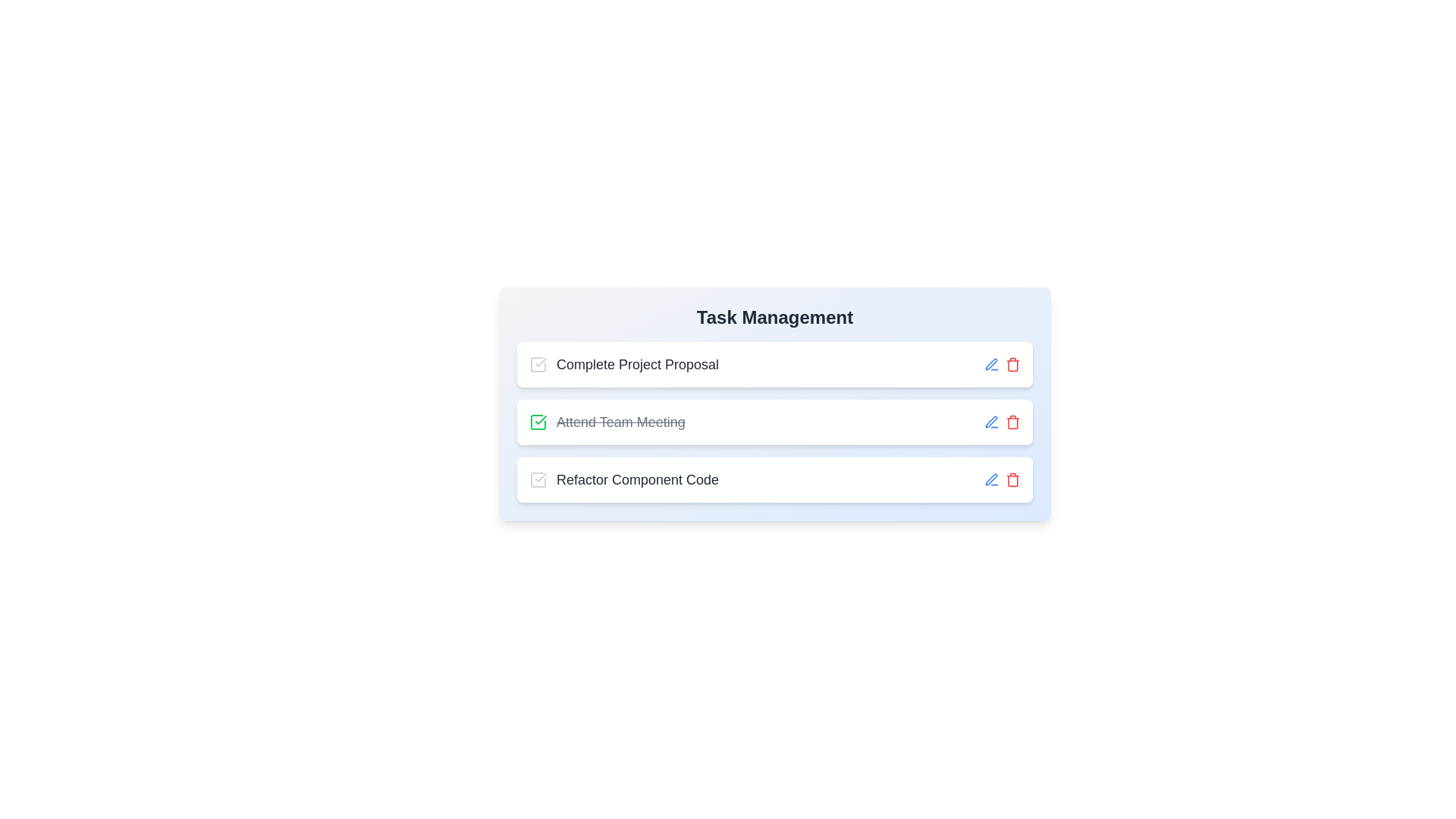 The height and width of the screenshot is (819, 1456). Describe the element at coordinates (1012, 422) in the screenshot. I see `the Delete Button (Icon) located in the horizontal group of icons to the far right of the row labeled 'Attend Team Meeting'` at that location.